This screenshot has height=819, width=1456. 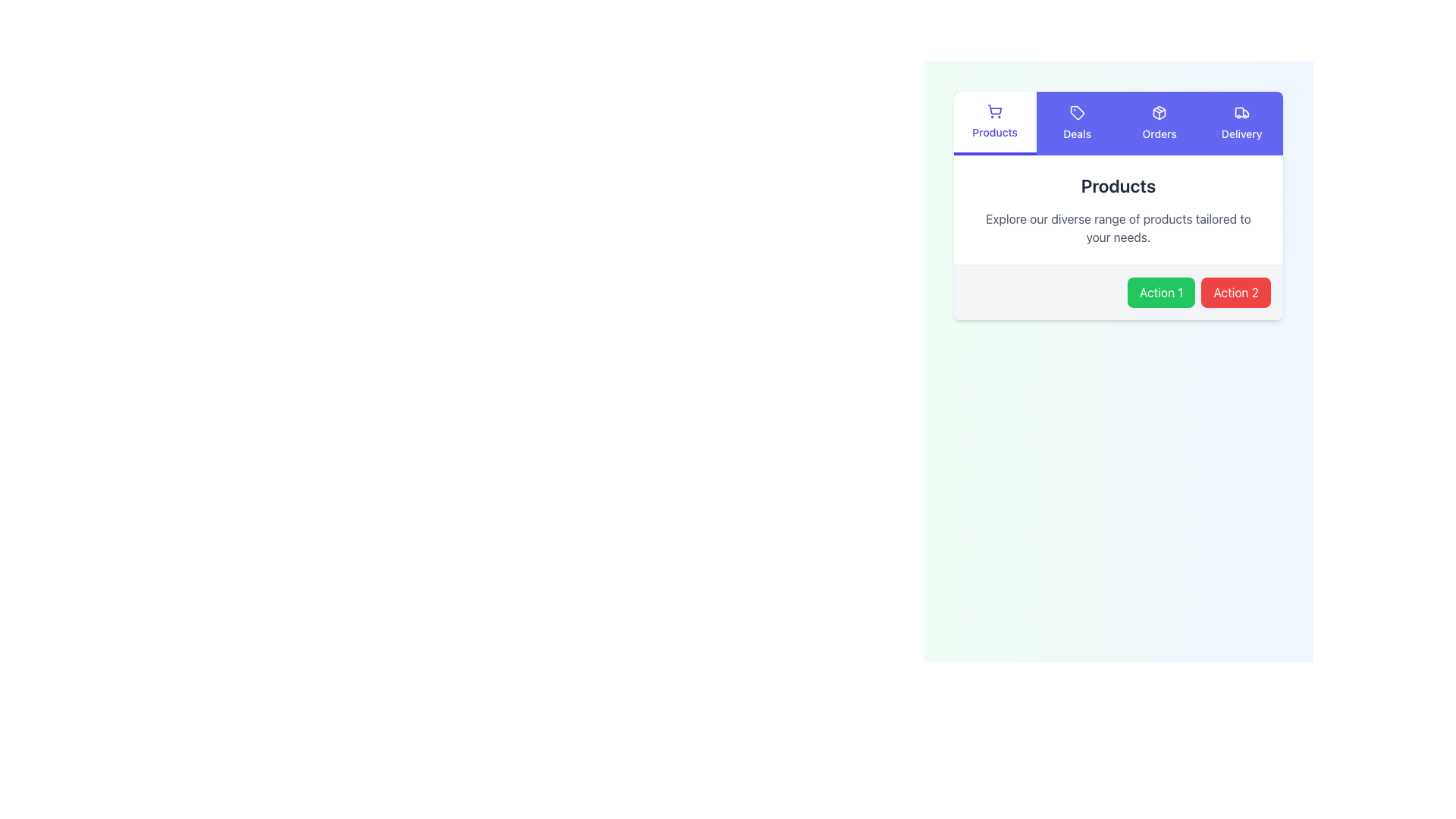 What do you see at coordinates (1076, 122) in the screenshot?
I see `the 'Deals' button with a purple background, which is the second button in the navigation bar, to change its background color` at bounding box center [1076, 122].